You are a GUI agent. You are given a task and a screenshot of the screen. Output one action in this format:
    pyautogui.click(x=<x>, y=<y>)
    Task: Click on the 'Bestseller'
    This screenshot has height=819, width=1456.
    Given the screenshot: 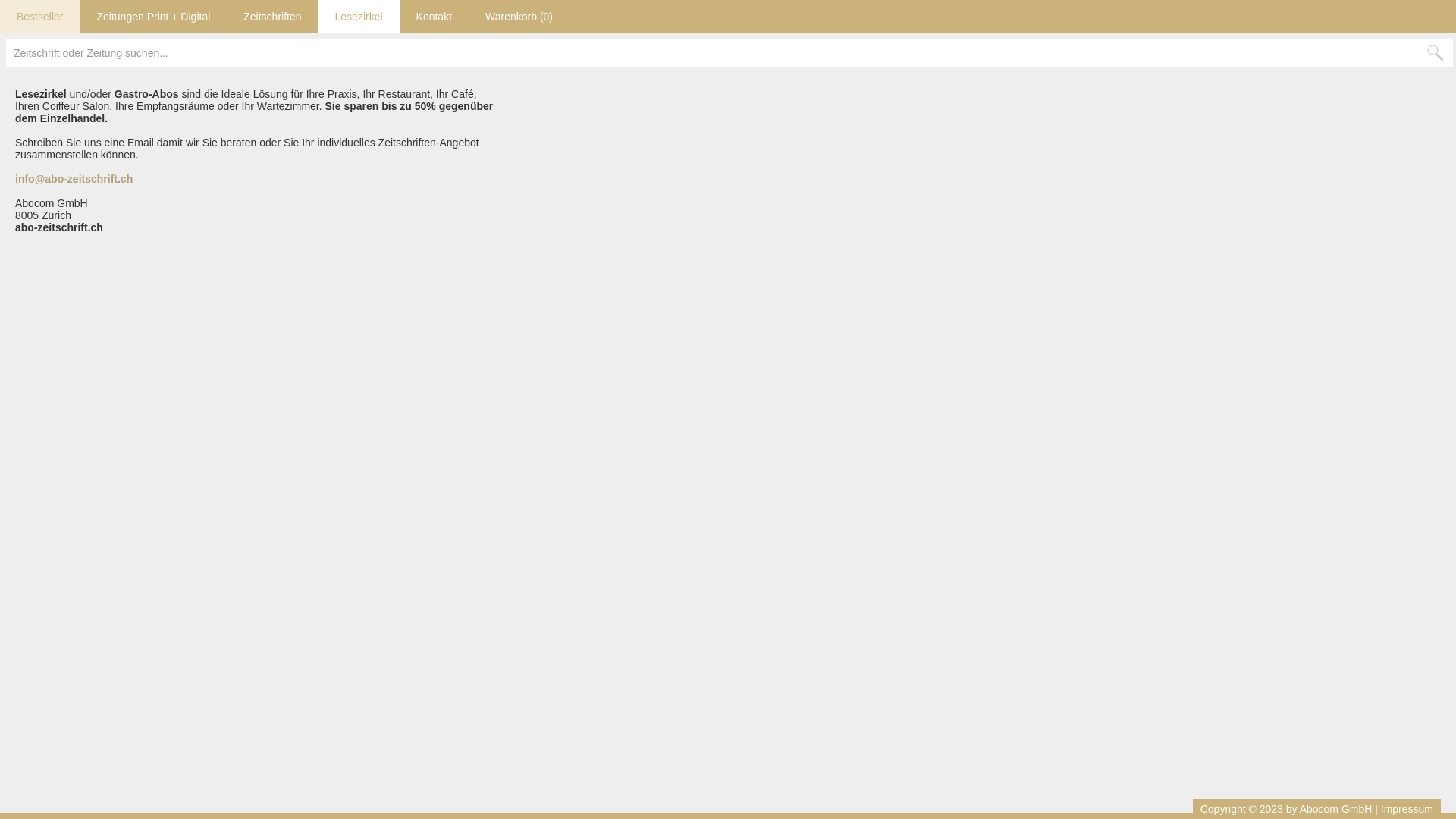 What is the action you would take?
    pyautogui.click(x=39, y=17)
    